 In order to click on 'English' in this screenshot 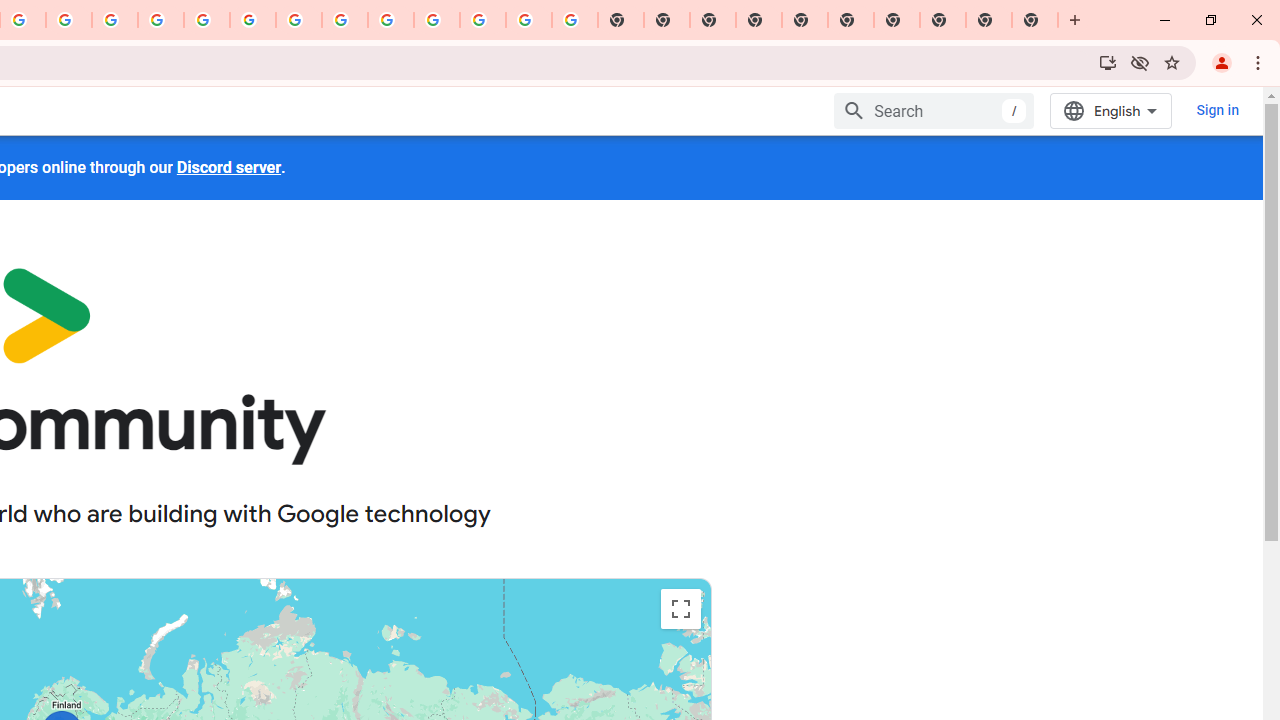, I will do `click(1110, 110)`.